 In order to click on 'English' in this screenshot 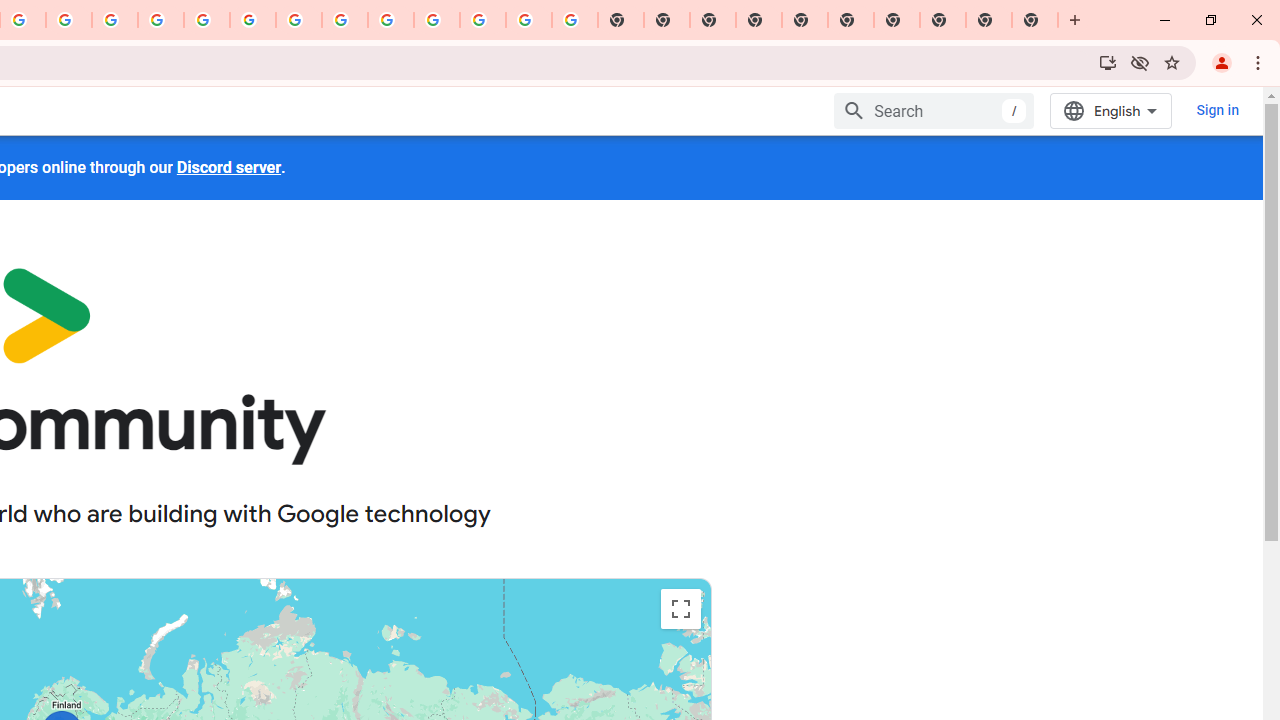, I will do `click(1110, 110)`.